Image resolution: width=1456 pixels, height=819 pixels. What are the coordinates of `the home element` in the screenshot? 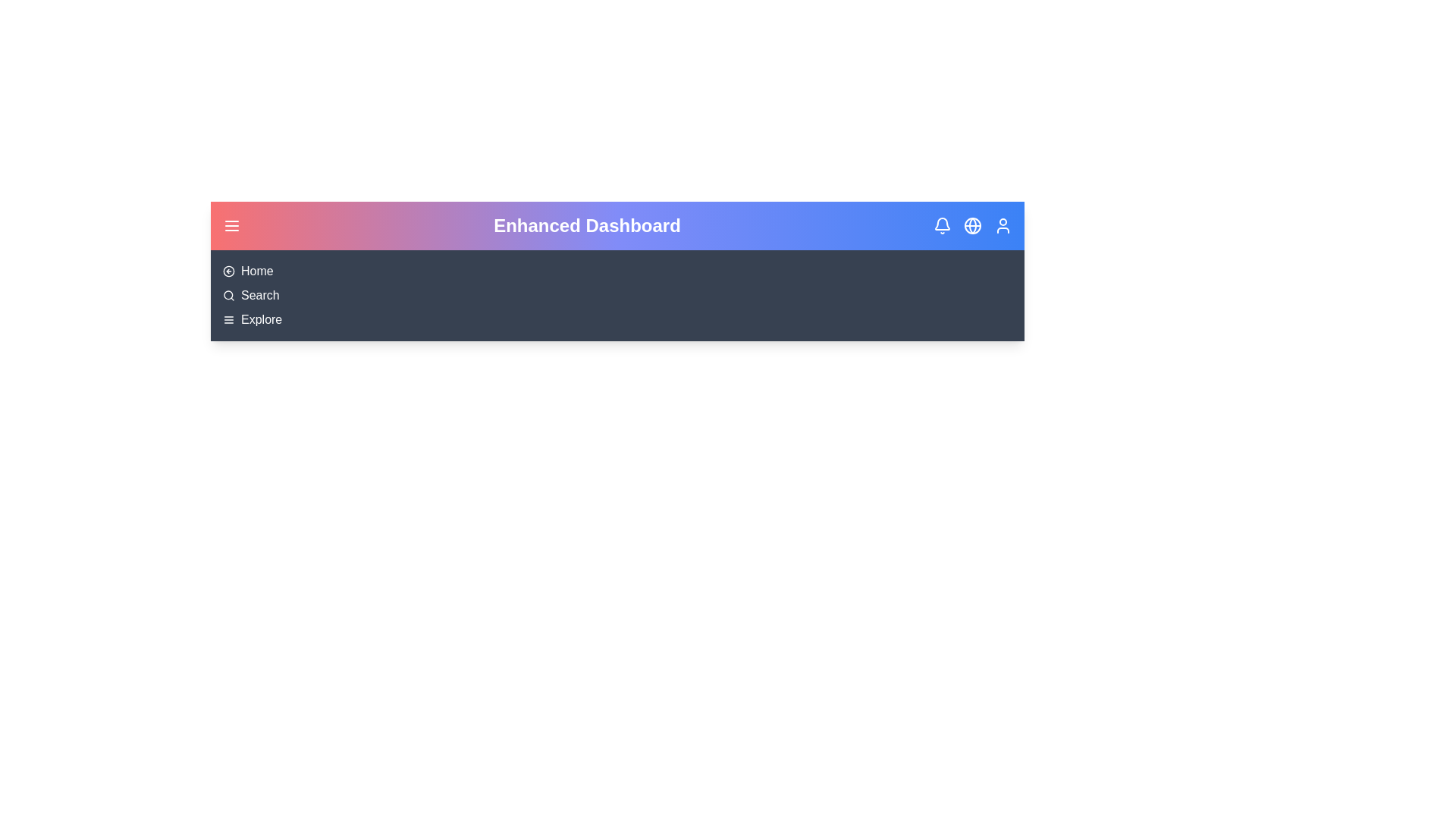 It's located at (257, 271).